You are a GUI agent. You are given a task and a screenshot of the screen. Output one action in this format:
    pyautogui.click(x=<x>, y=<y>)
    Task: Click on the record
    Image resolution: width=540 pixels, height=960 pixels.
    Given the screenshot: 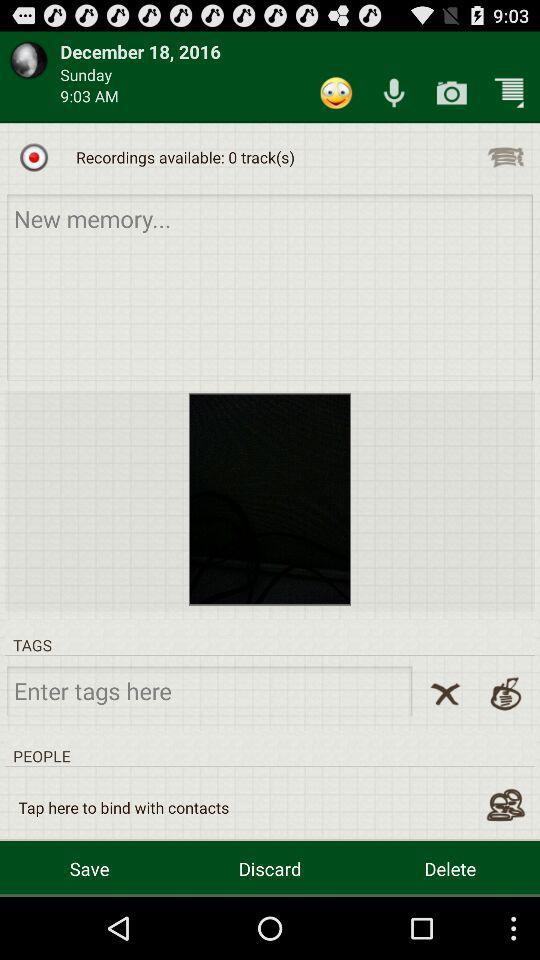 What is the action you would take?
    pyautogui.click(x=33, y=156)
    